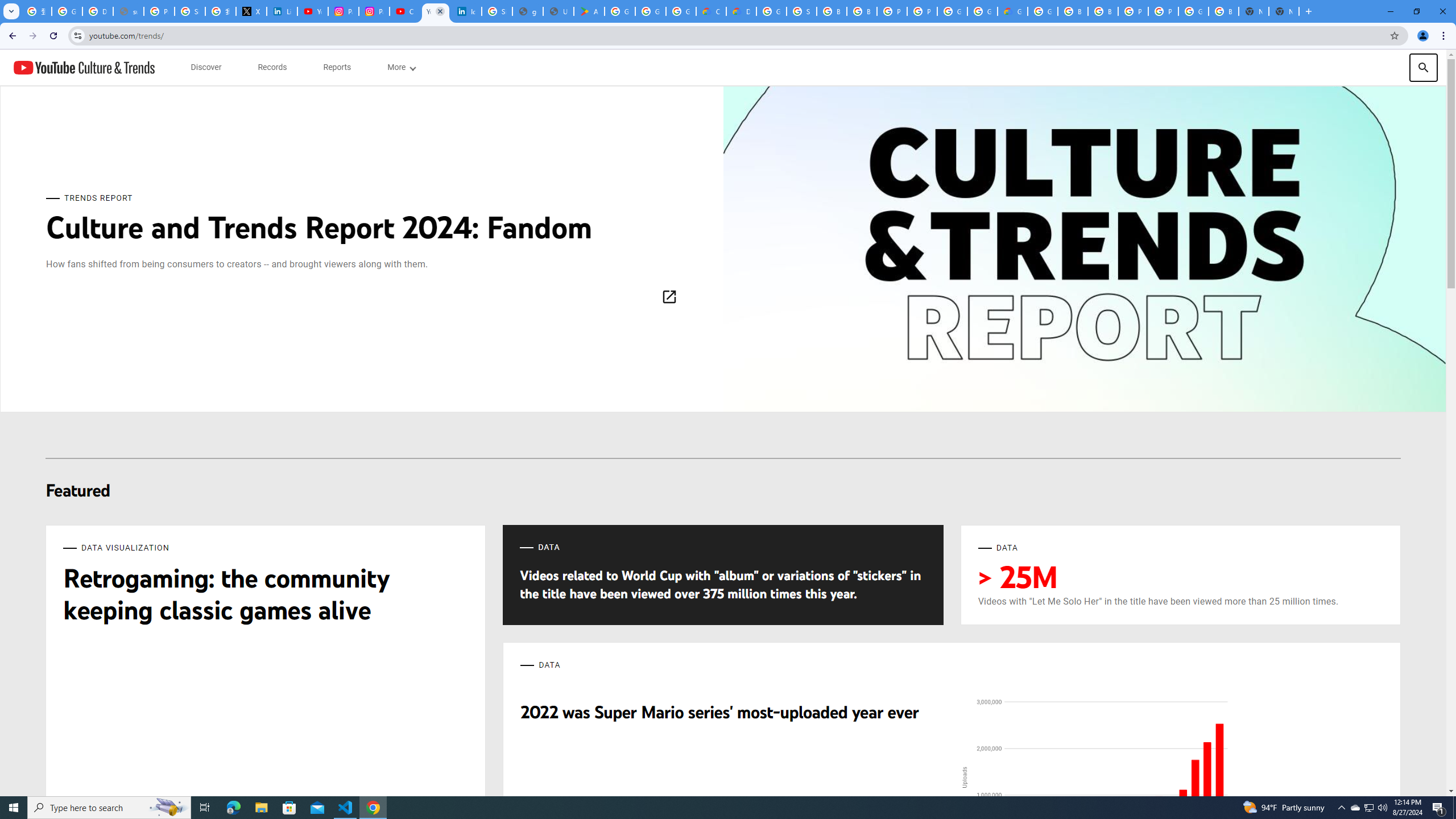 Image resolution: width=1456 pixels, height=819 pixels. Describe the element at coordinates (158, 11) in the screenshot. I see `'Privacy Help Center - Policies Help'` at that location.